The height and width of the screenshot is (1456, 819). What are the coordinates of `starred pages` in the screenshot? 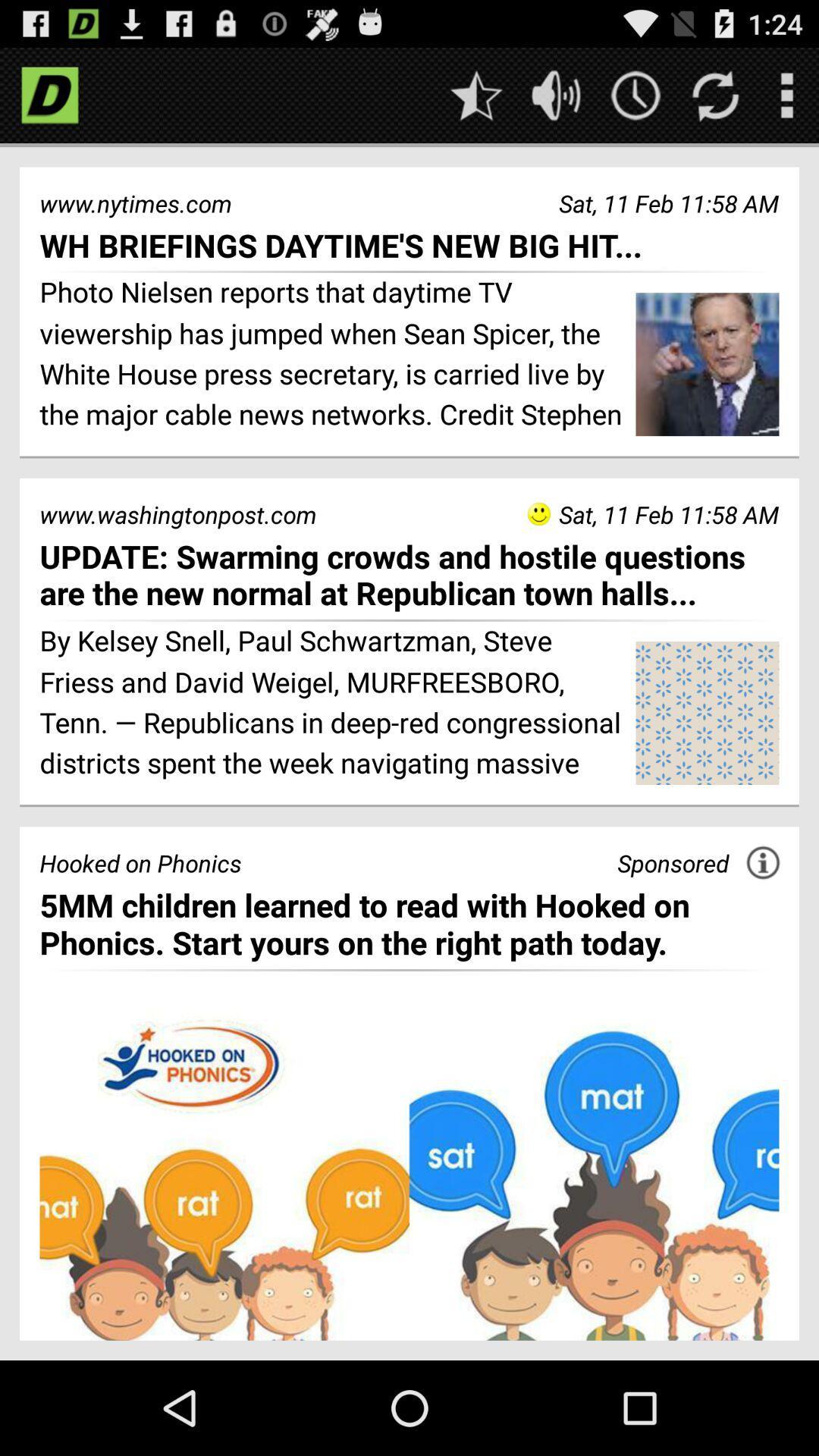 It's located at (475, 94).